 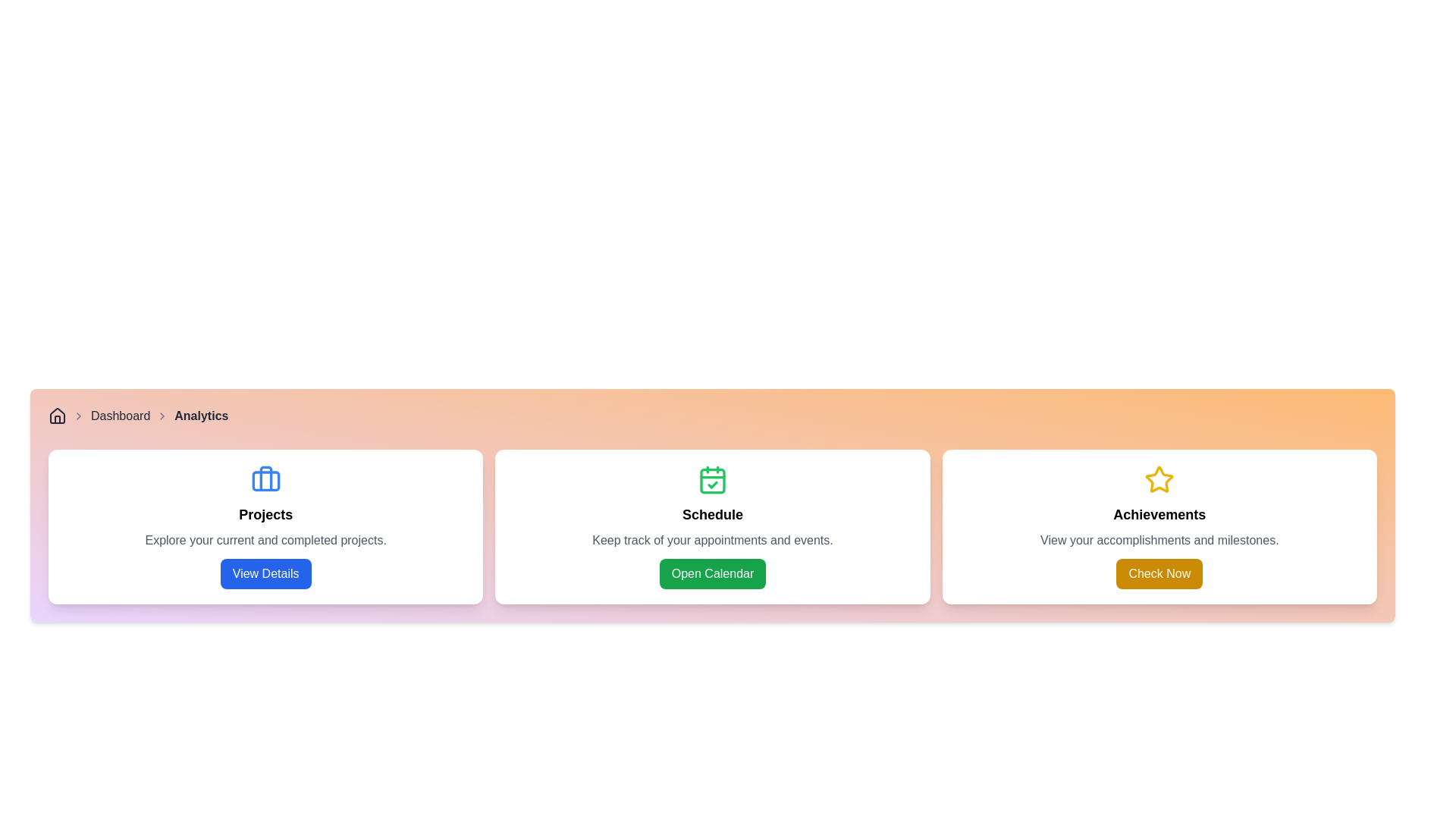 I want to click on the green rectangular button labeled 'Open Calendar' located at the bottom of the 'Schedule' card, so click(x=712, y=573).